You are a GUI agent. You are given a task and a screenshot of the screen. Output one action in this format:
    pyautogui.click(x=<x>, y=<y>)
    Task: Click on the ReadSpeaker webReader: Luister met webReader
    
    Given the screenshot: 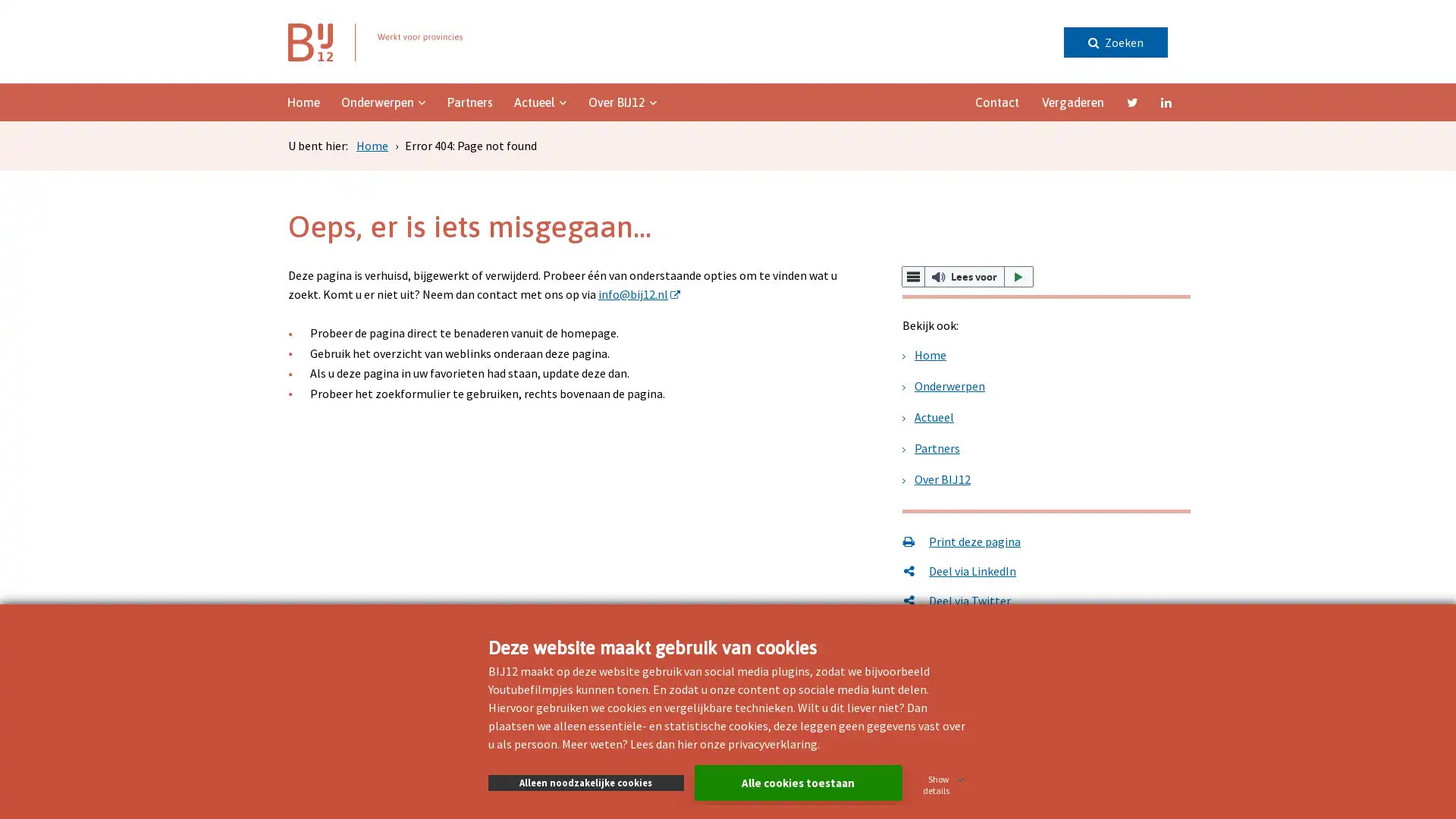 What is the action you would take?
    pyautogui.click(x=967, y=277)
    